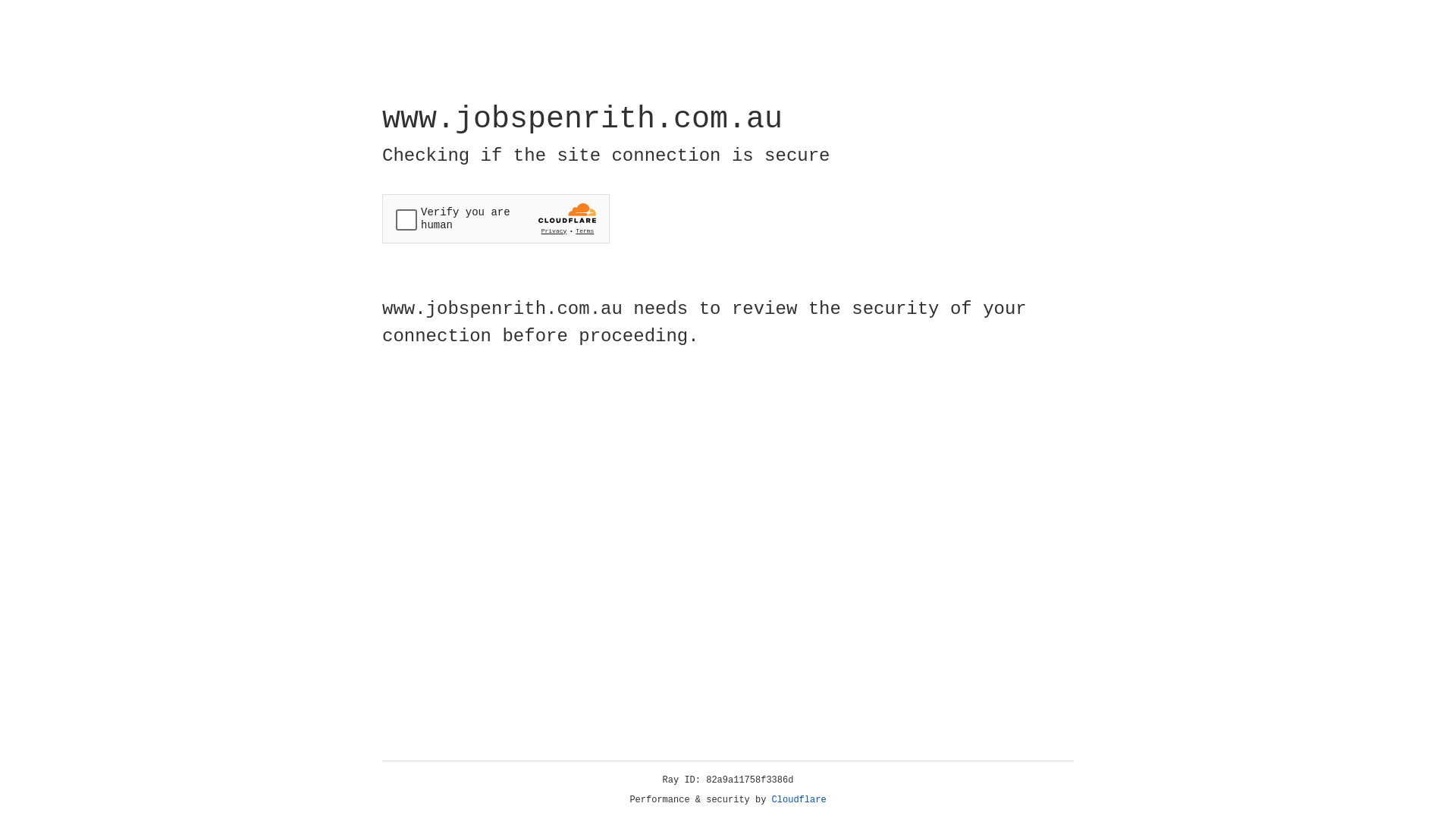 The width and height of the screenshot is (1456, 819). What do you see at coordinates (771, 799) in the screenshot?
I see `'Cloudflare'` at bounding box center [771, 799].